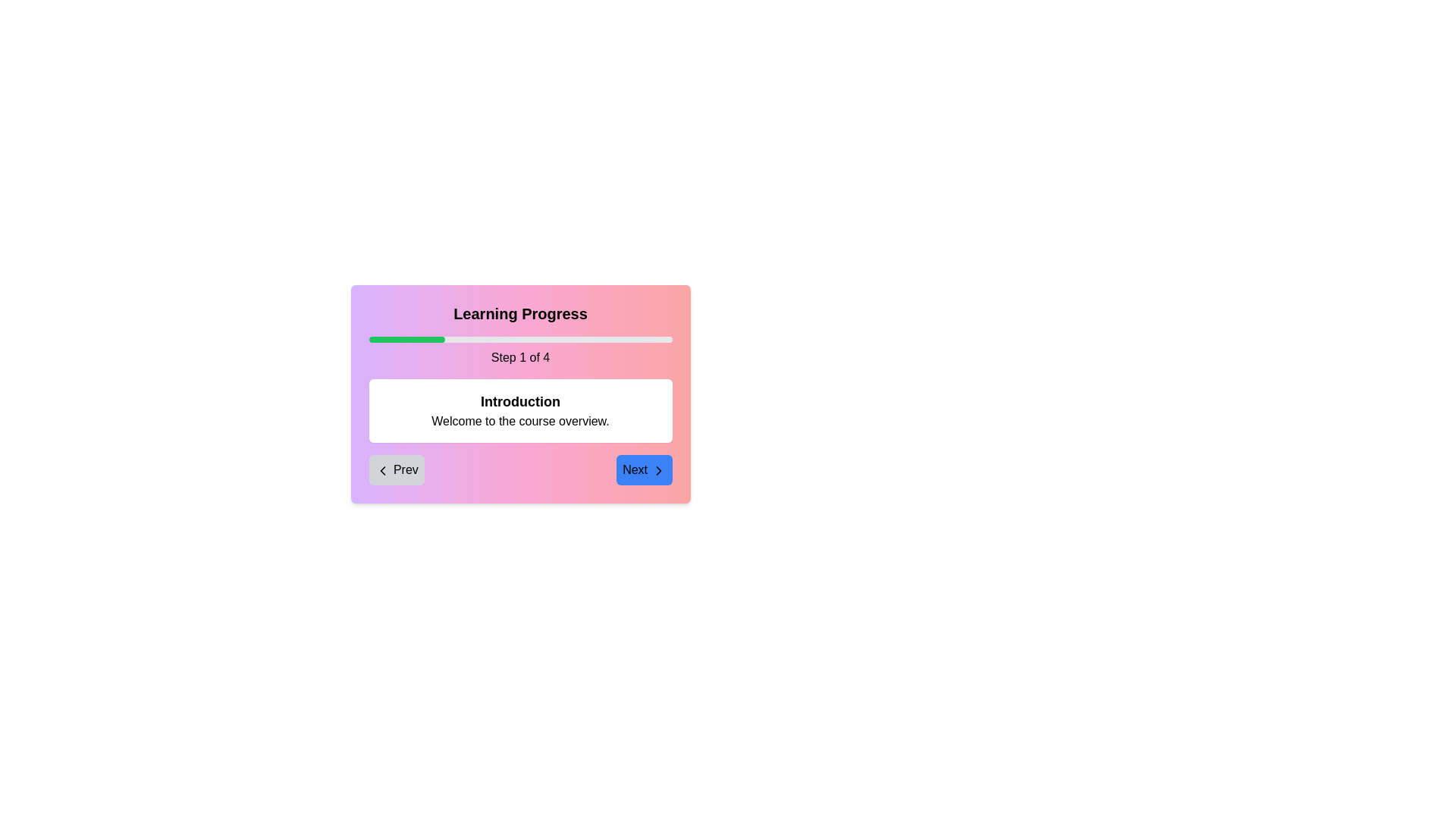  Describe the element at coordinates (658, 469) in the screenshot. I see `the arrow icon located at the bottom-right corner of the interface, adjacent to the 'Next' label` at that location.